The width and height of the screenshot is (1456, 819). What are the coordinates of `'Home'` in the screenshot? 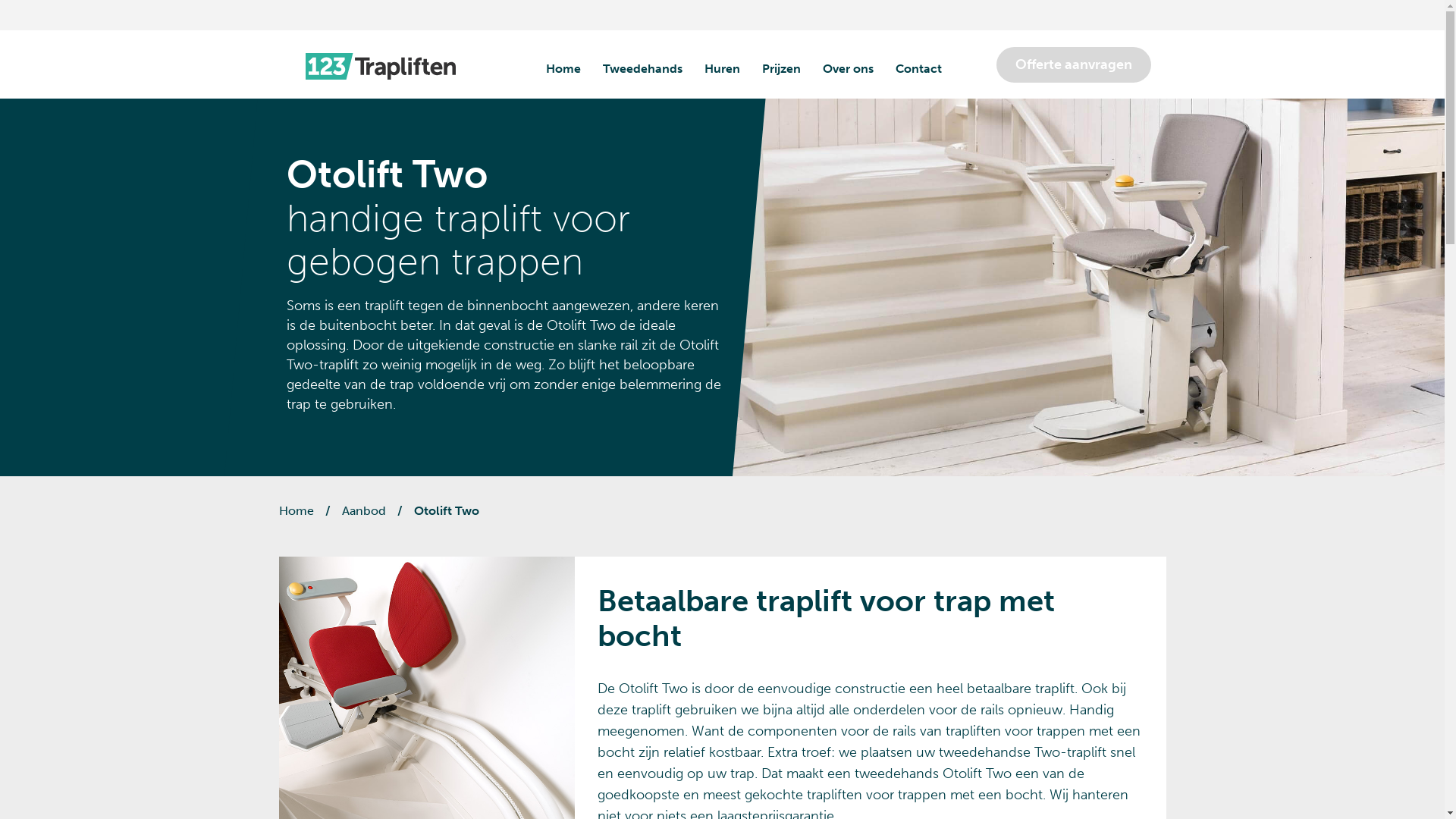 It's located at (563, 69).